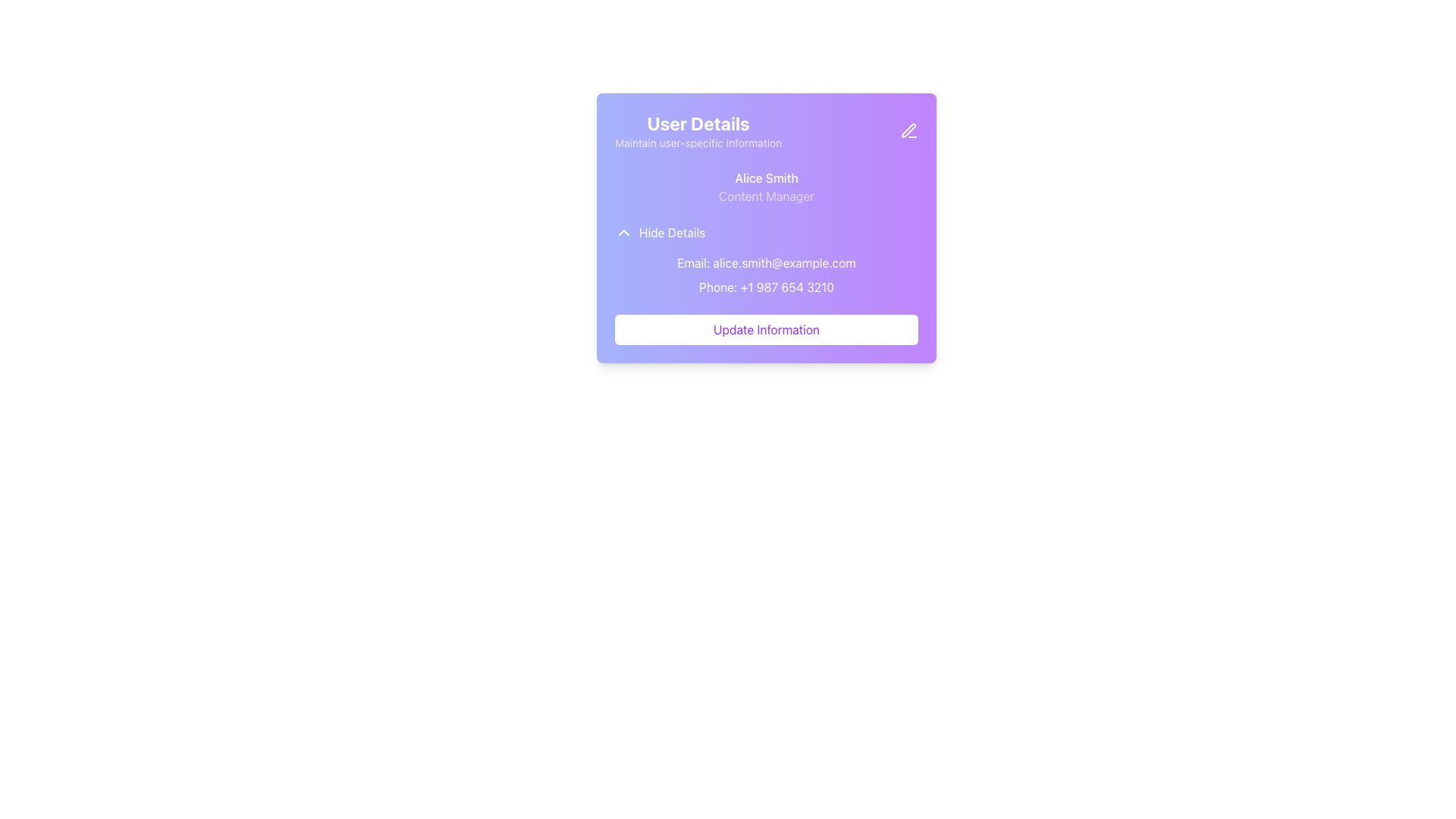  Describe the element at coordinates (767, 329) in the screenshot. I see `the button that updates the user's information, located beneath the displayed details of 'Alice Smith', 'Content Manager', and contact information` at that location.